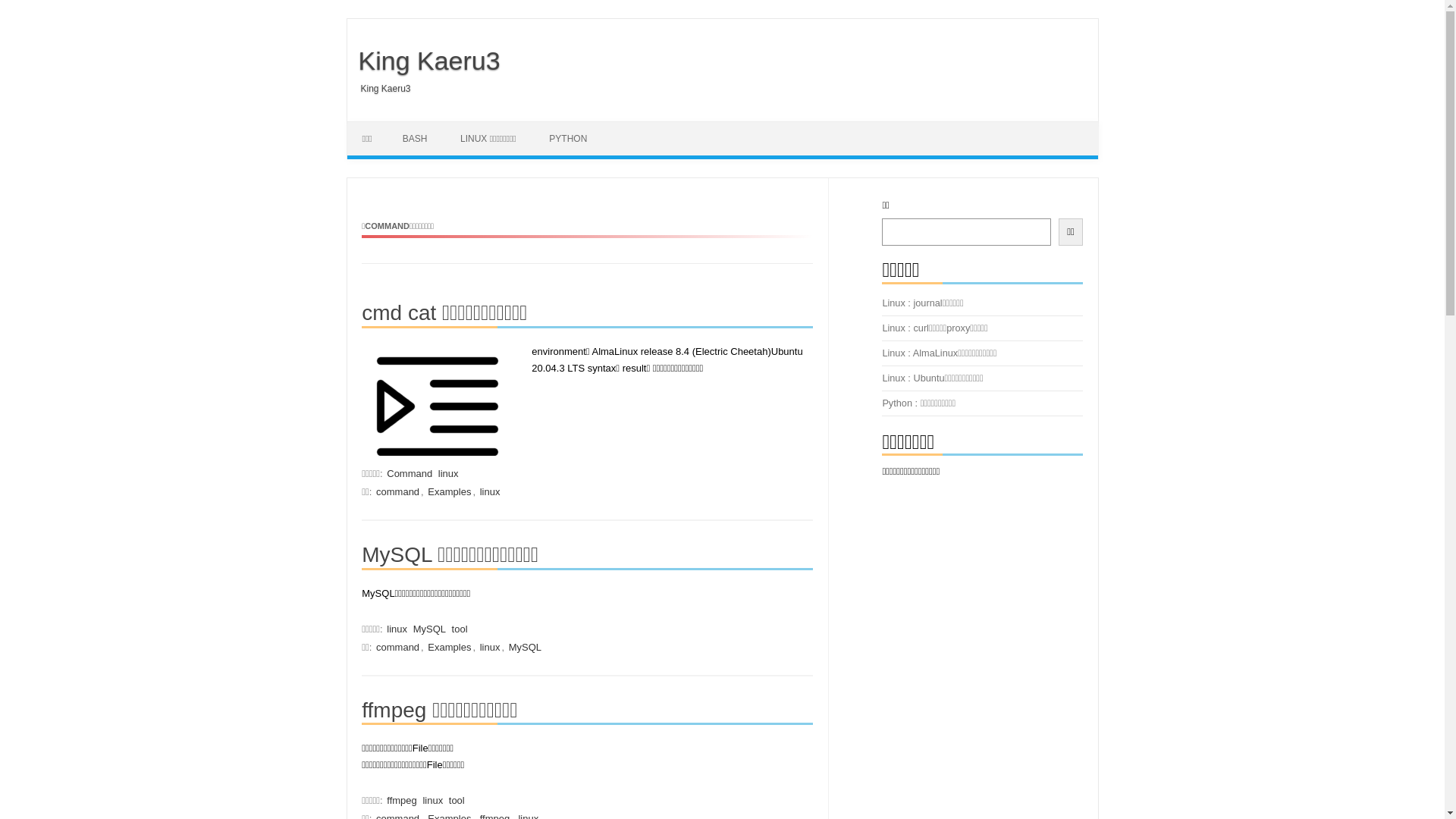  I want to click on 'command', so click(397, 491).